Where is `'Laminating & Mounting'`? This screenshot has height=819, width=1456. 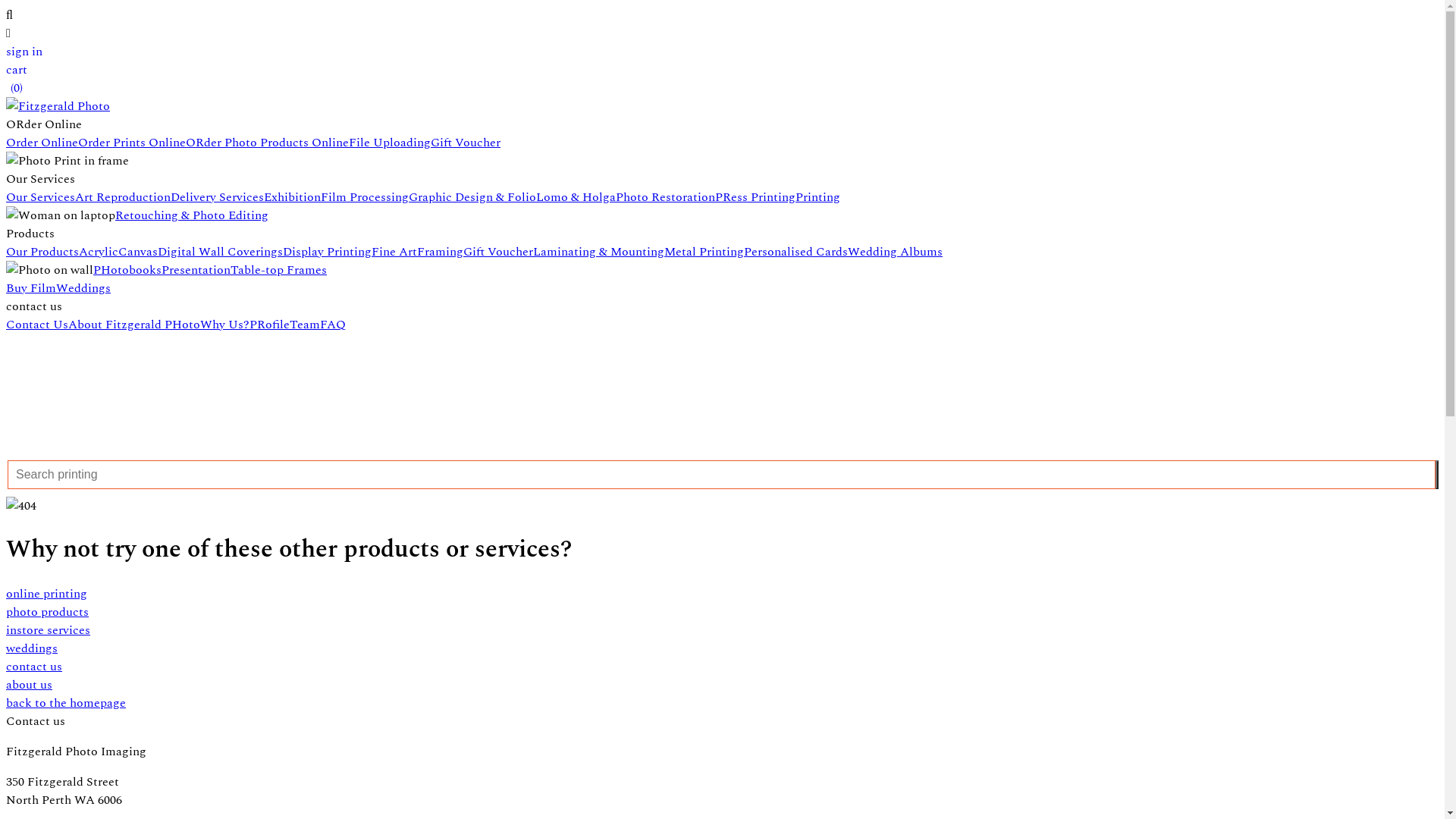 'Laminating & Mounting' is located at coordinates (598, 250).